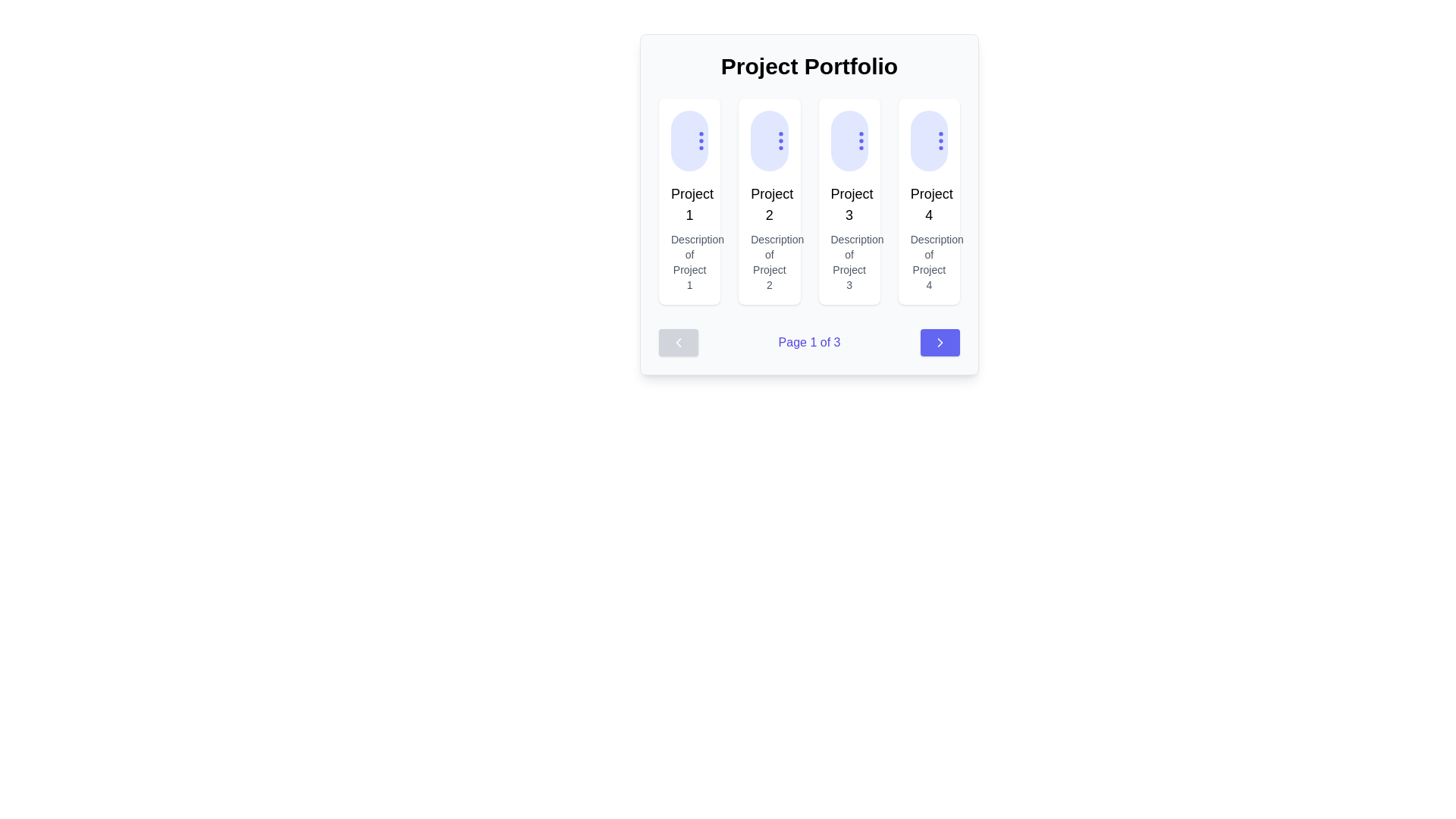  Describe the element at coordinates (769, 201) in the screenshot. I see `the 'Project 2' card to highlight it, which is the second card in a row of four cards displayed horizontally` at that location.